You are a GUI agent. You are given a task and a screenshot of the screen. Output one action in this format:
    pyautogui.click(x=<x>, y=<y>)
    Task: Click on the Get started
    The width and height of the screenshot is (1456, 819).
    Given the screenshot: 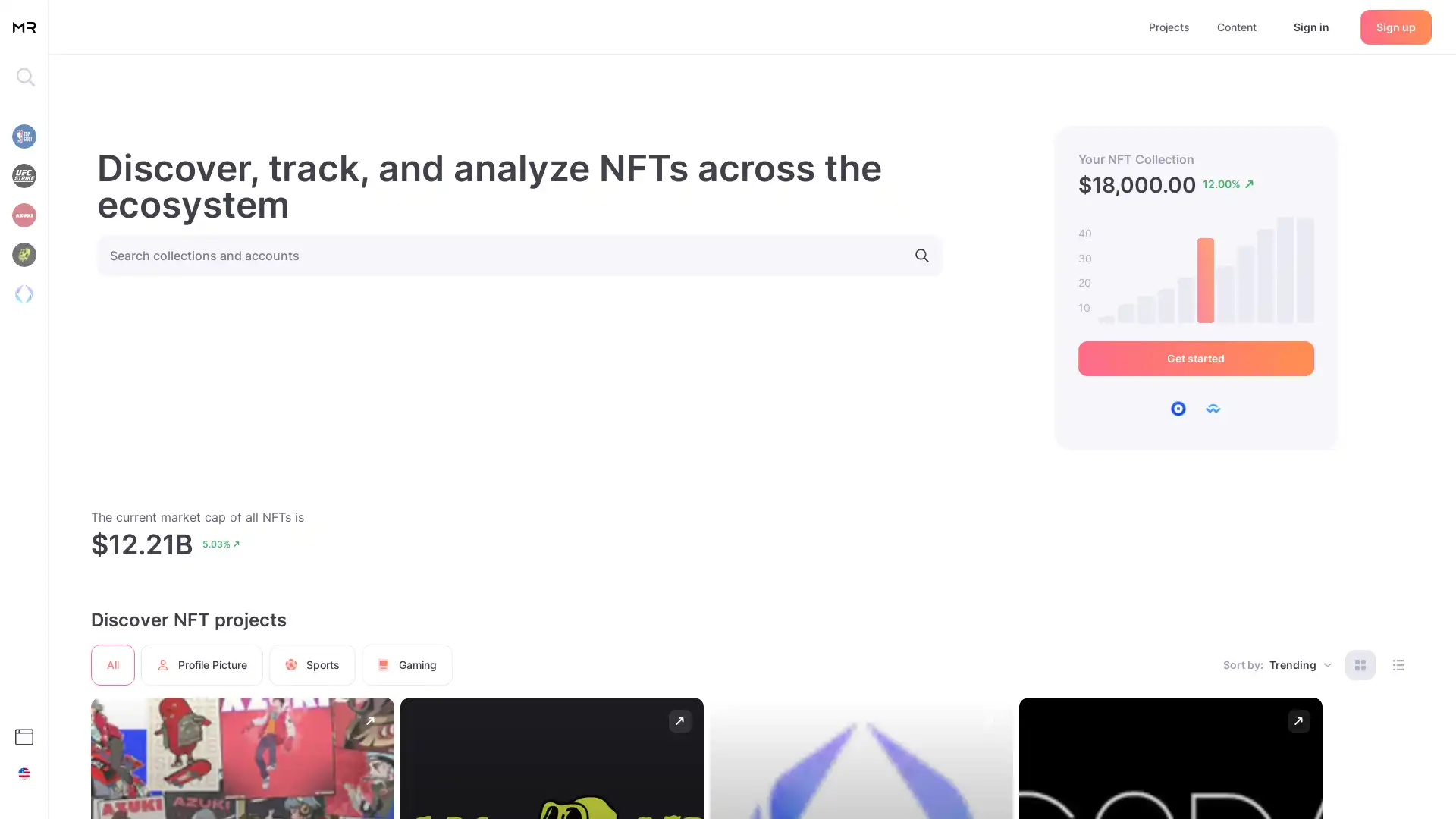 What is the action you would take?
    pyautogui.click(x=1194, y=359)
    